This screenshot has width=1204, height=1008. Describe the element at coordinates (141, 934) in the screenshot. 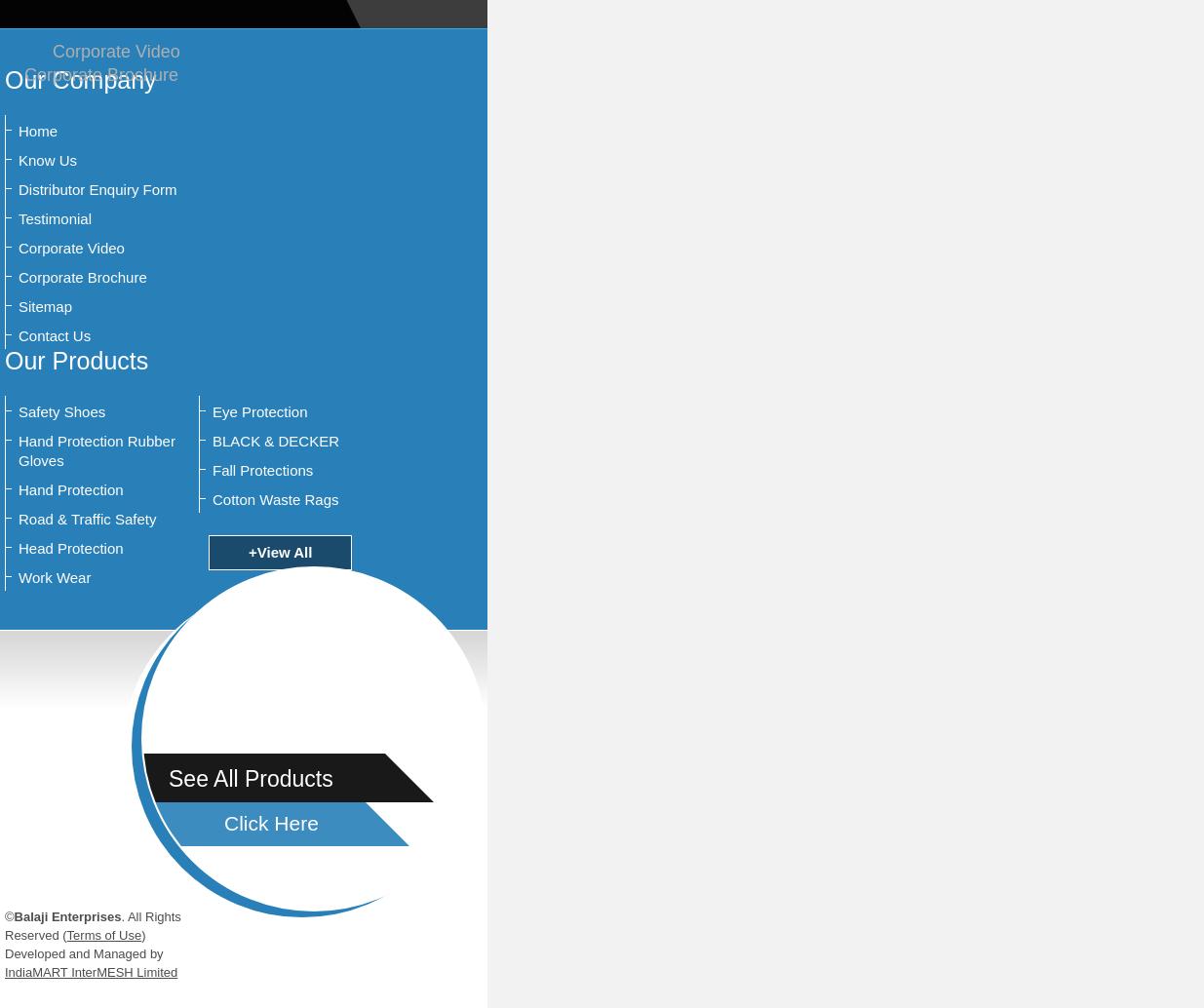

I see `')'` at that location.